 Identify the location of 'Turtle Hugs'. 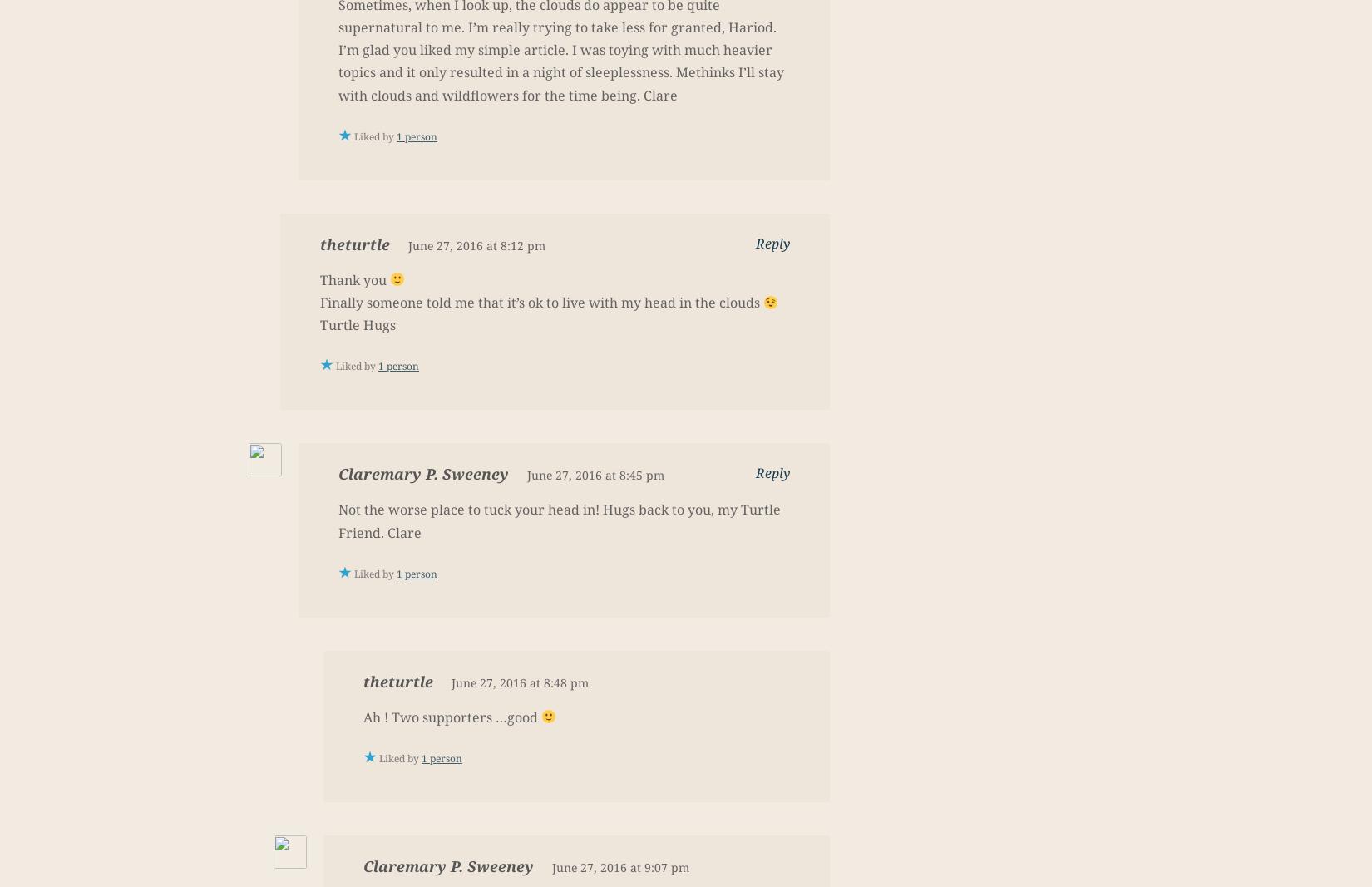
(357, 323).